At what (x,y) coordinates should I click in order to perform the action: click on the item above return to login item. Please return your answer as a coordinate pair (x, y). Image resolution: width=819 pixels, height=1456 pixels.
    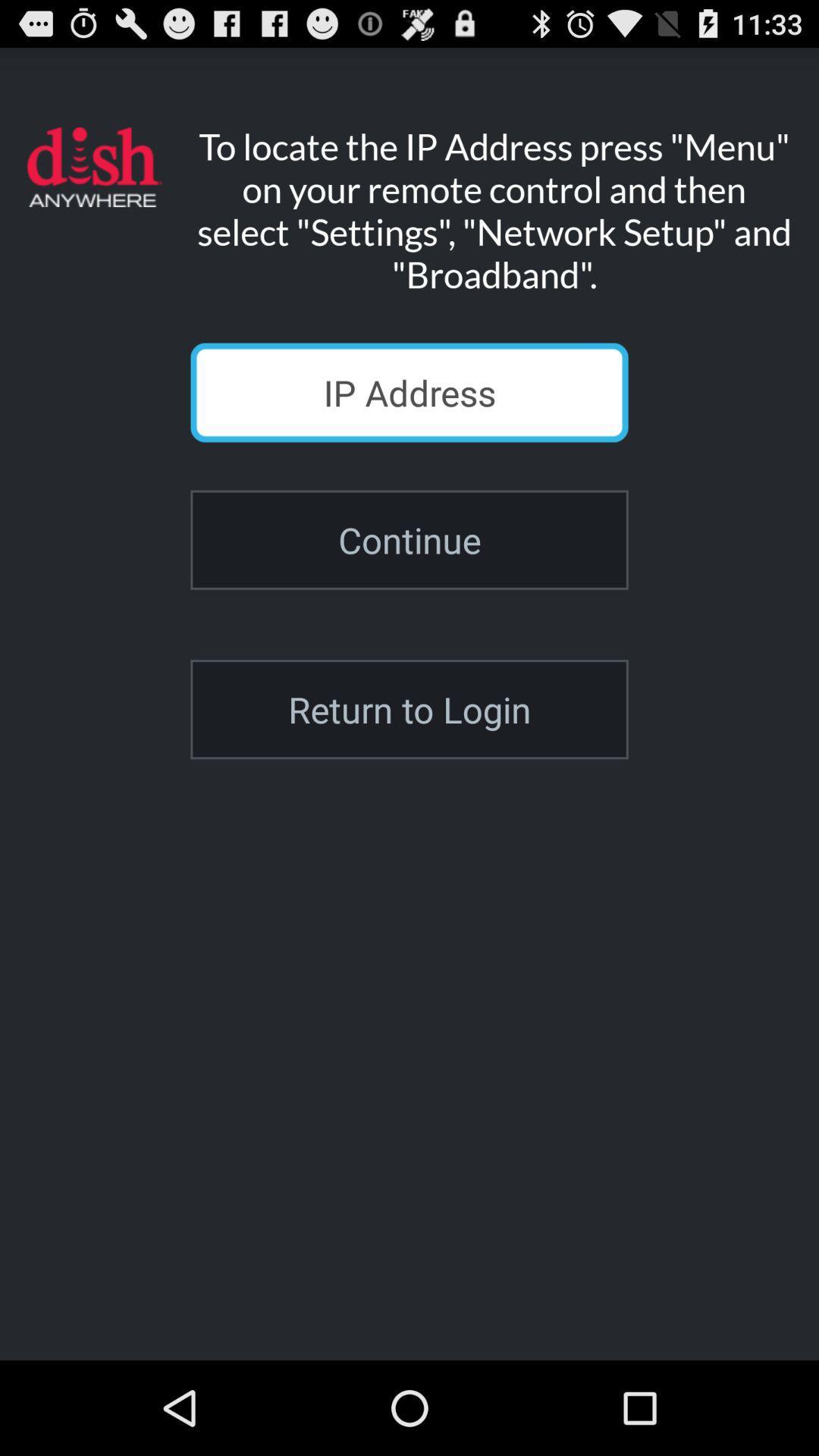
    Looking at the image, I should click on (409, 540).